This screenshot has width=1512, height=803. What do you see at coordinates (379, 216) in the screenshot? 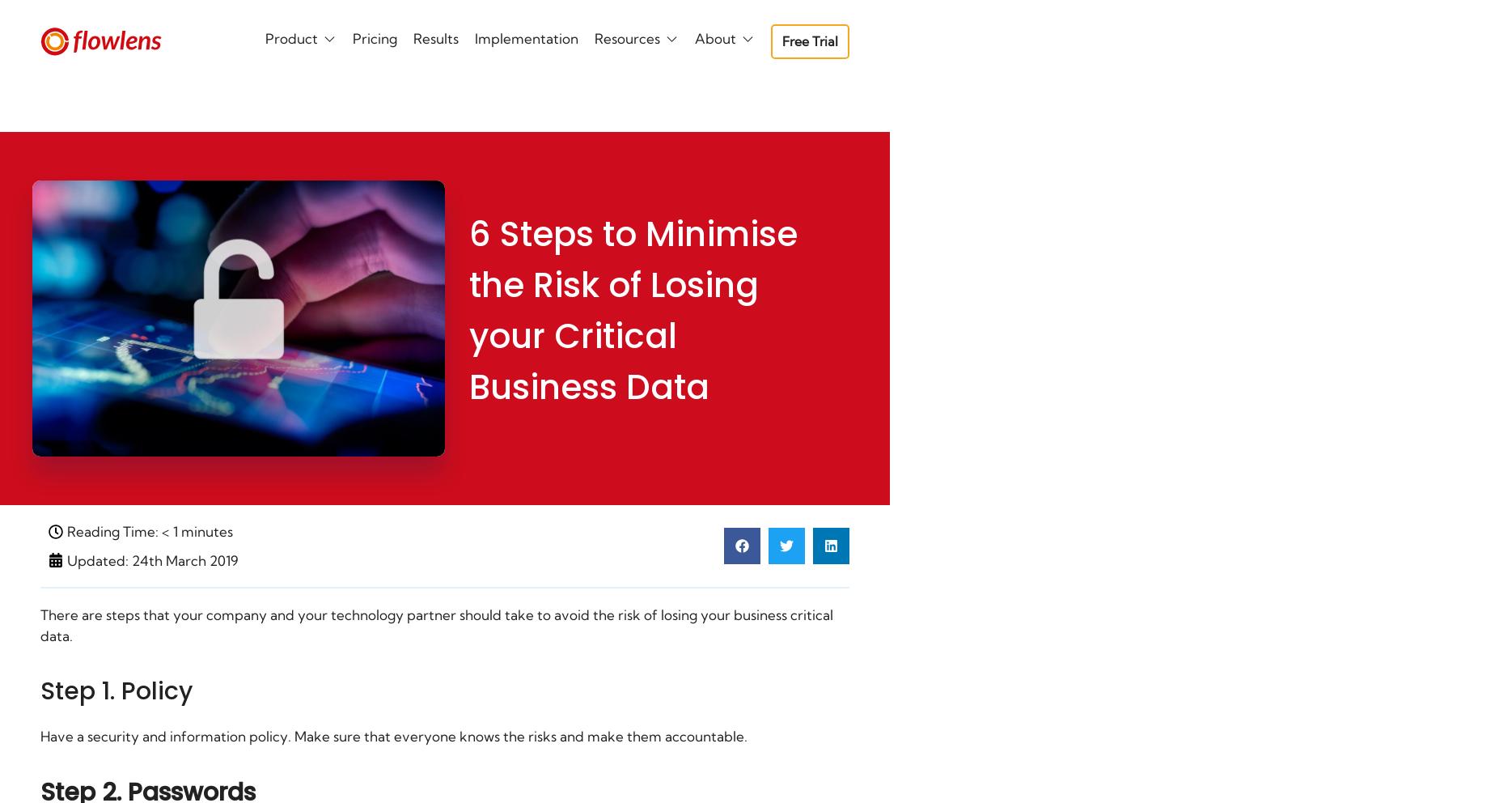
I see `'Knowledge Base'` at bounding box center [379, 216].